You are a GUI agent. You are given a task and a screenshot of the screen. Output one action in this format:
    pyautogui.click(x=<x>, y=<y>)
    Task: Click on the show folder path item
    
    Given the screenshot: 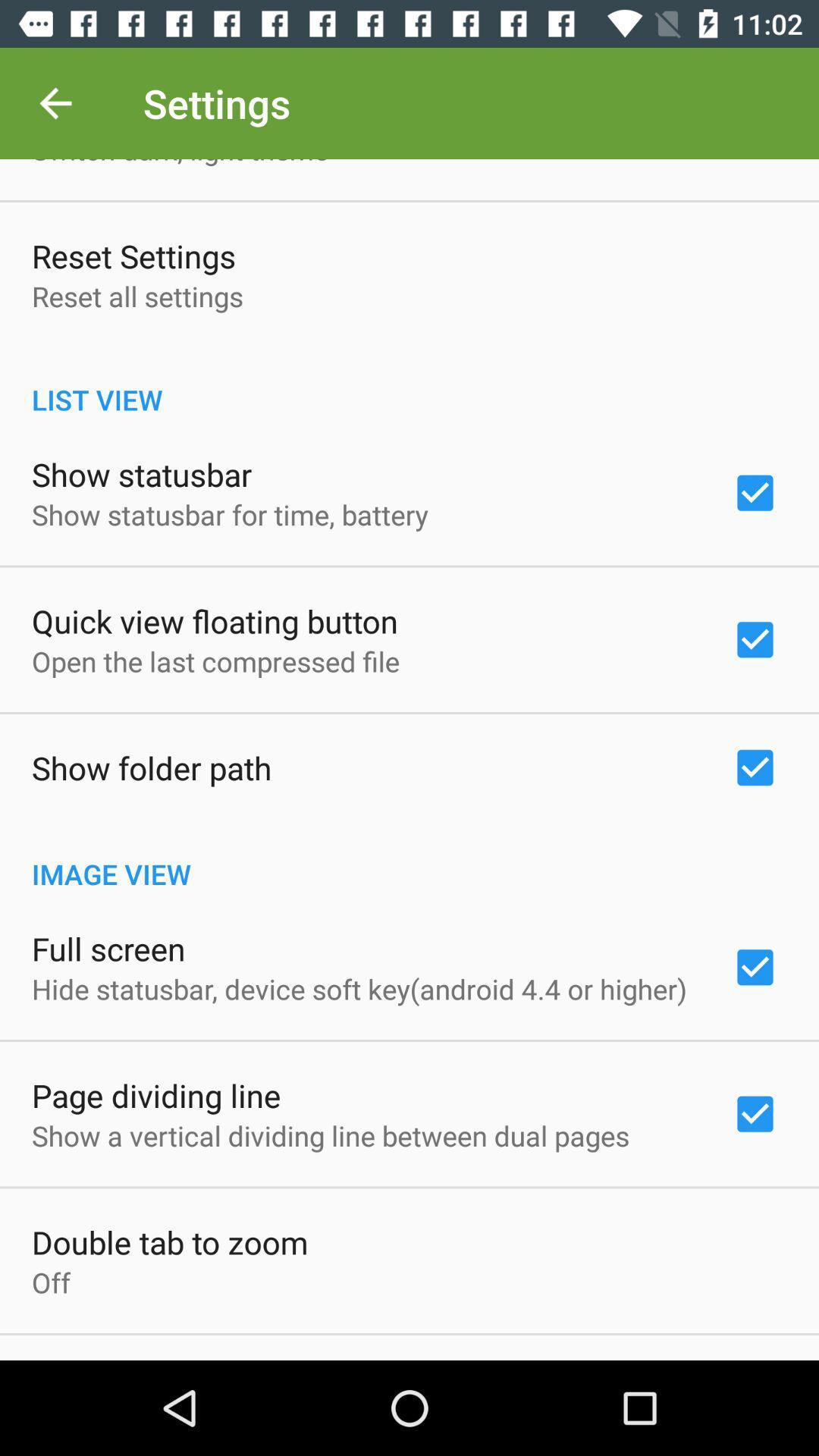 What is the action you would take?
    pyautogui.click(x=152, y=767)
    